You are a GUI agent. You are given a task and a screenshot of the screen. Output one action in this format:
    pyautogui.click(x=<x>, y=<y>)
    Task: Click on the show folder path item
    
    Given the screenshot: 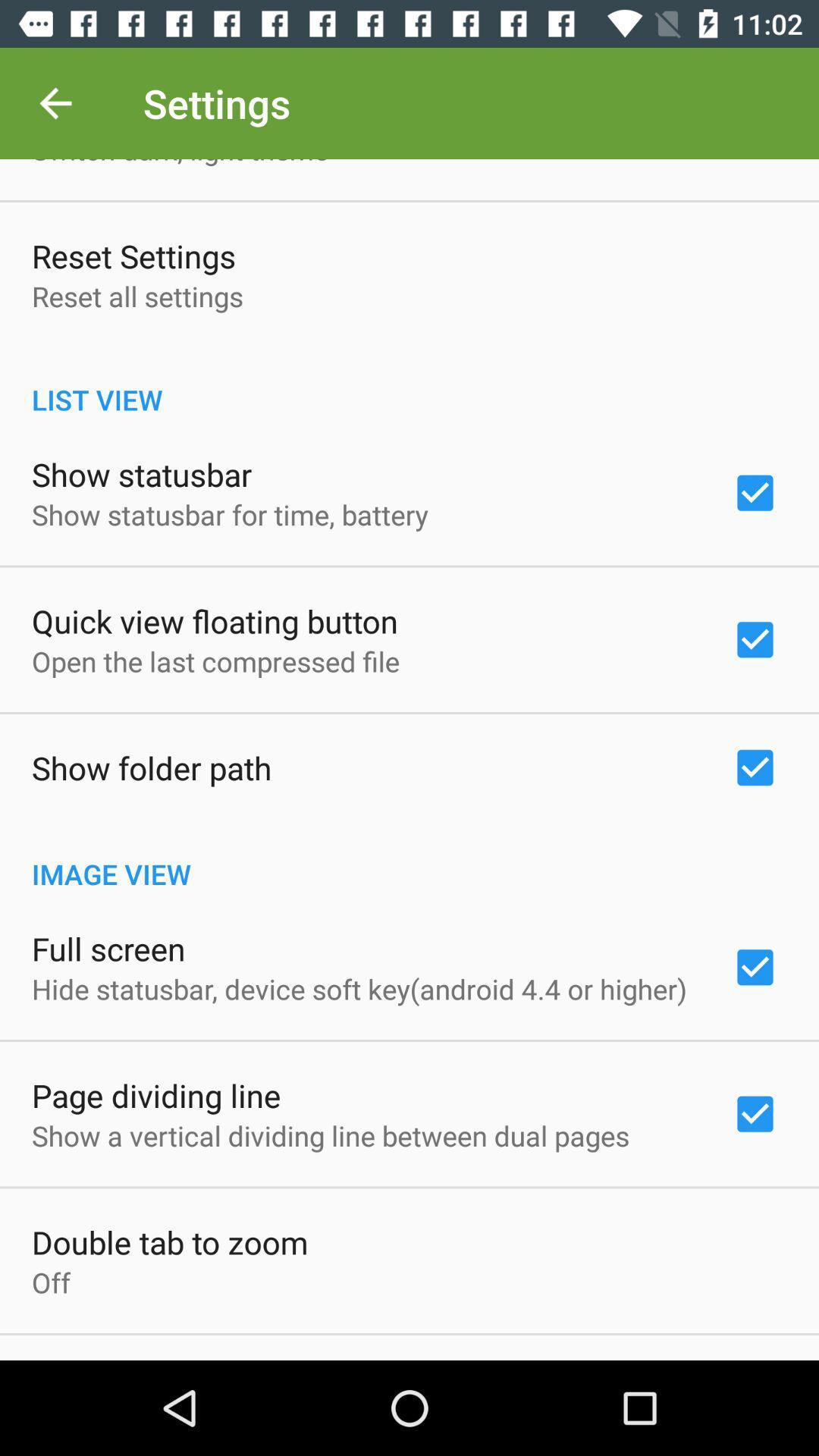 What is the action you would take?
    pyautogui.click(x=152, y=767)
    